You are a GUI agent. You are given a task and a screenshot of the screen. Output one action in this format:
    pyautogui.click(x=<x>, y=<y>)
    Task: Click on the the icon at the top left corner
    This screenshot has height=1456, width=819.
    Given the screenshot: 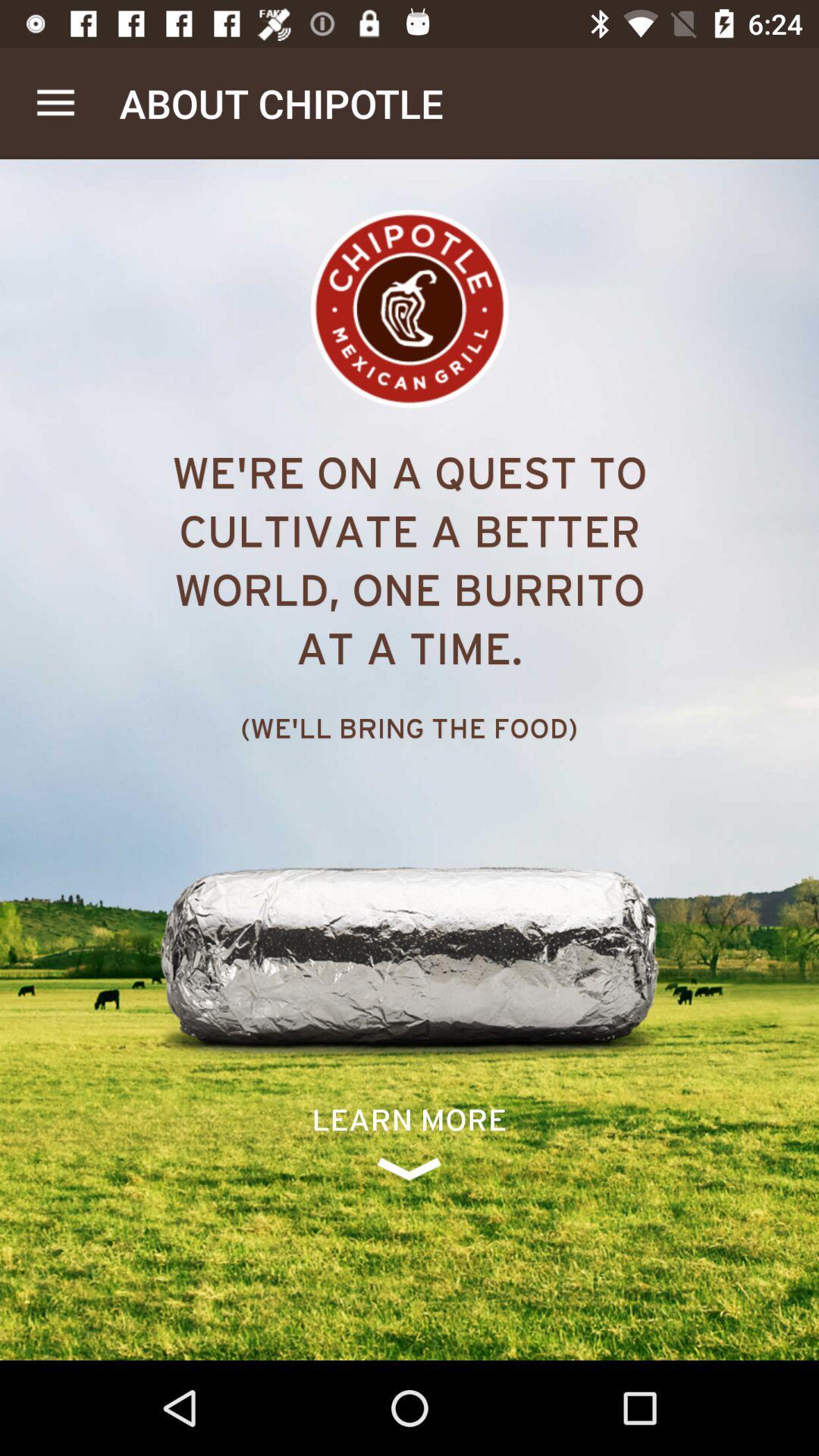 What is the action you would take?
    pyautogui.click(x=55, y=102)
    